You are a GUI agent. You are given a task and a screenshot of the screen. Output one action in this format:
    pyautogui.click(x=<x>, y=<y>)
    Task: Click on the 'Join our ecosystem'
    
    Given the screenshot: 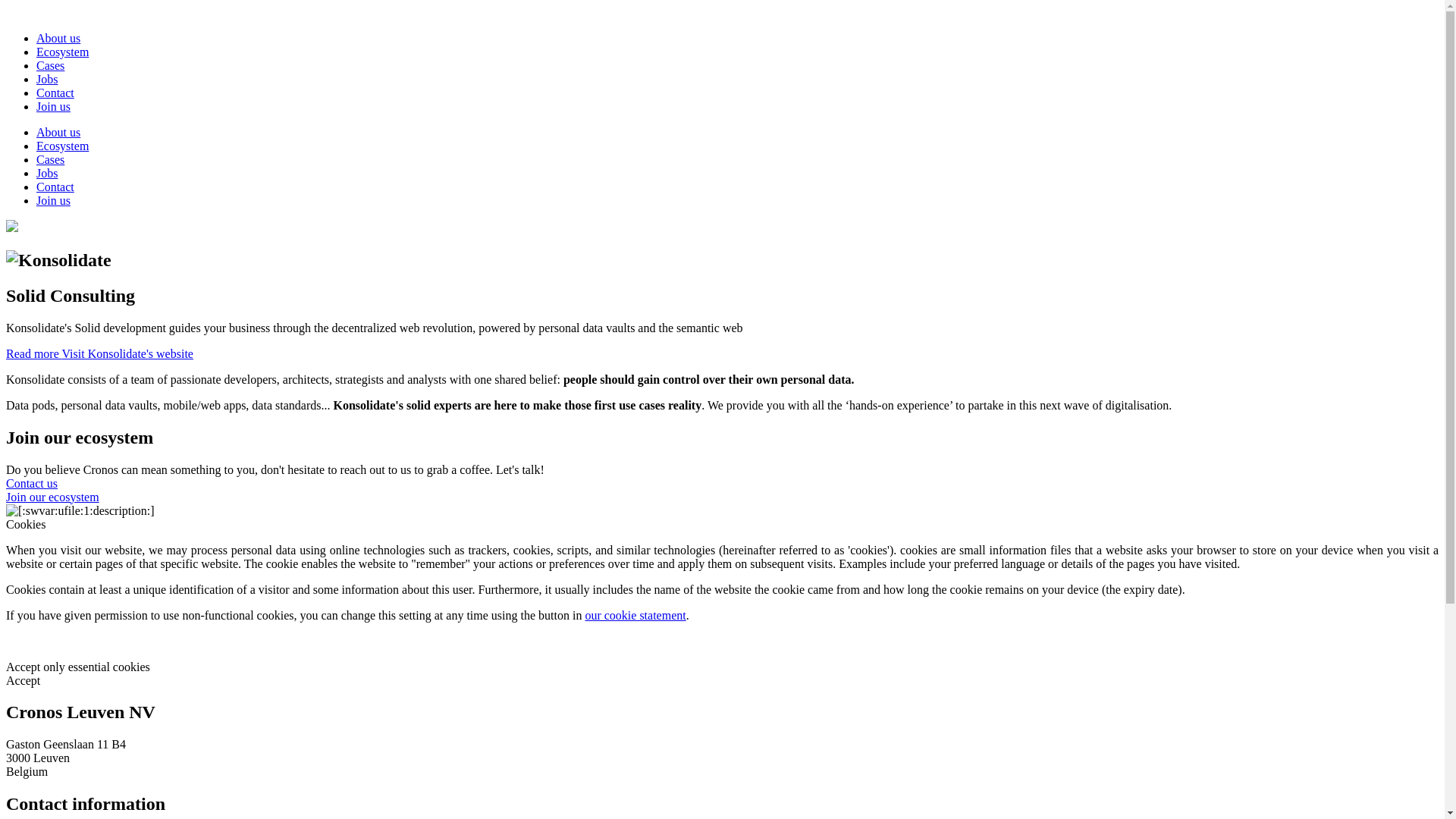 What is the action you would take?
    pyautogui.click(x=6, y=497)
    